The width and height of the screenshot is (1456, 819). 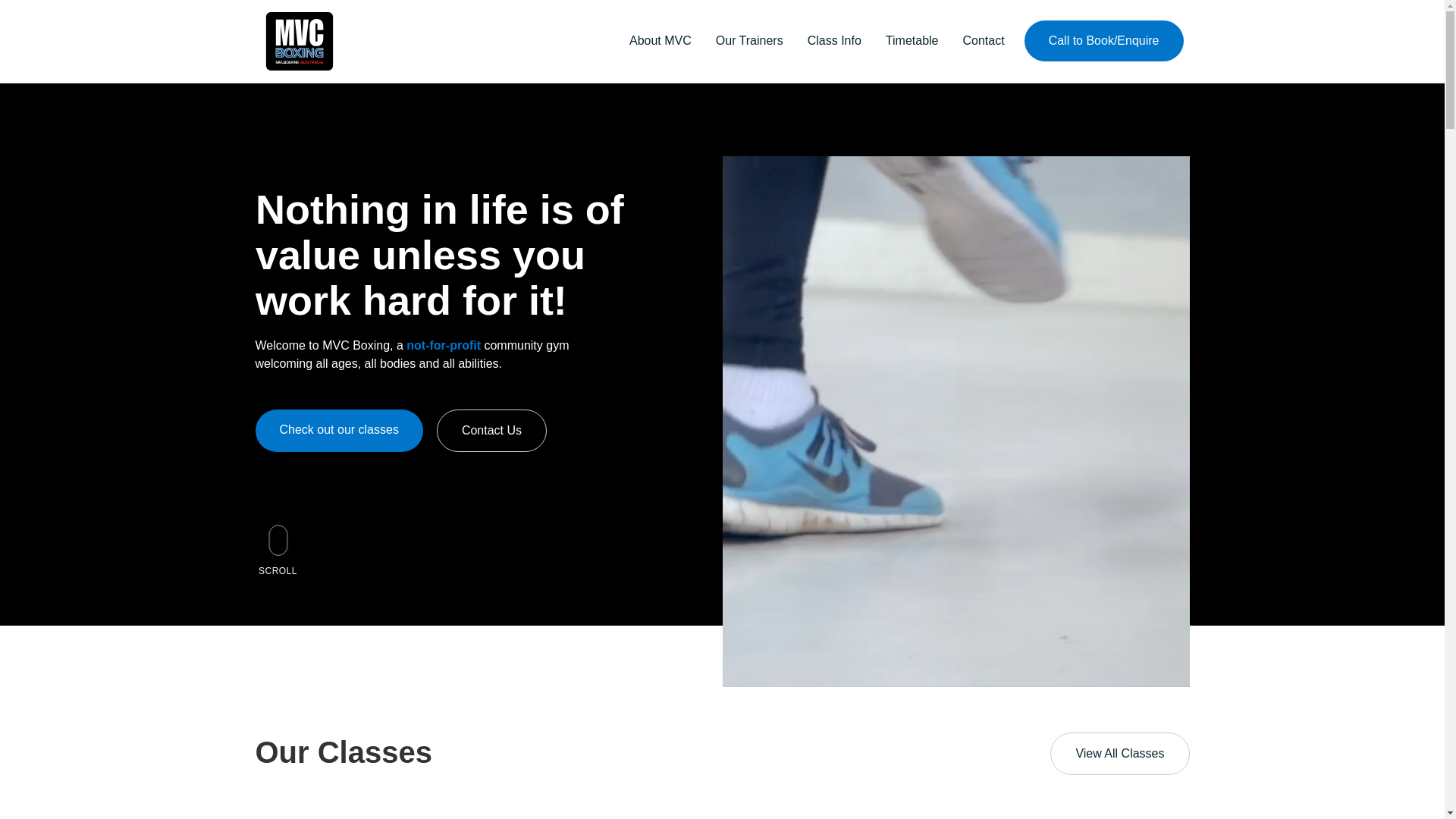 I want to click on 'Timetable', so click(x=912, y=40).